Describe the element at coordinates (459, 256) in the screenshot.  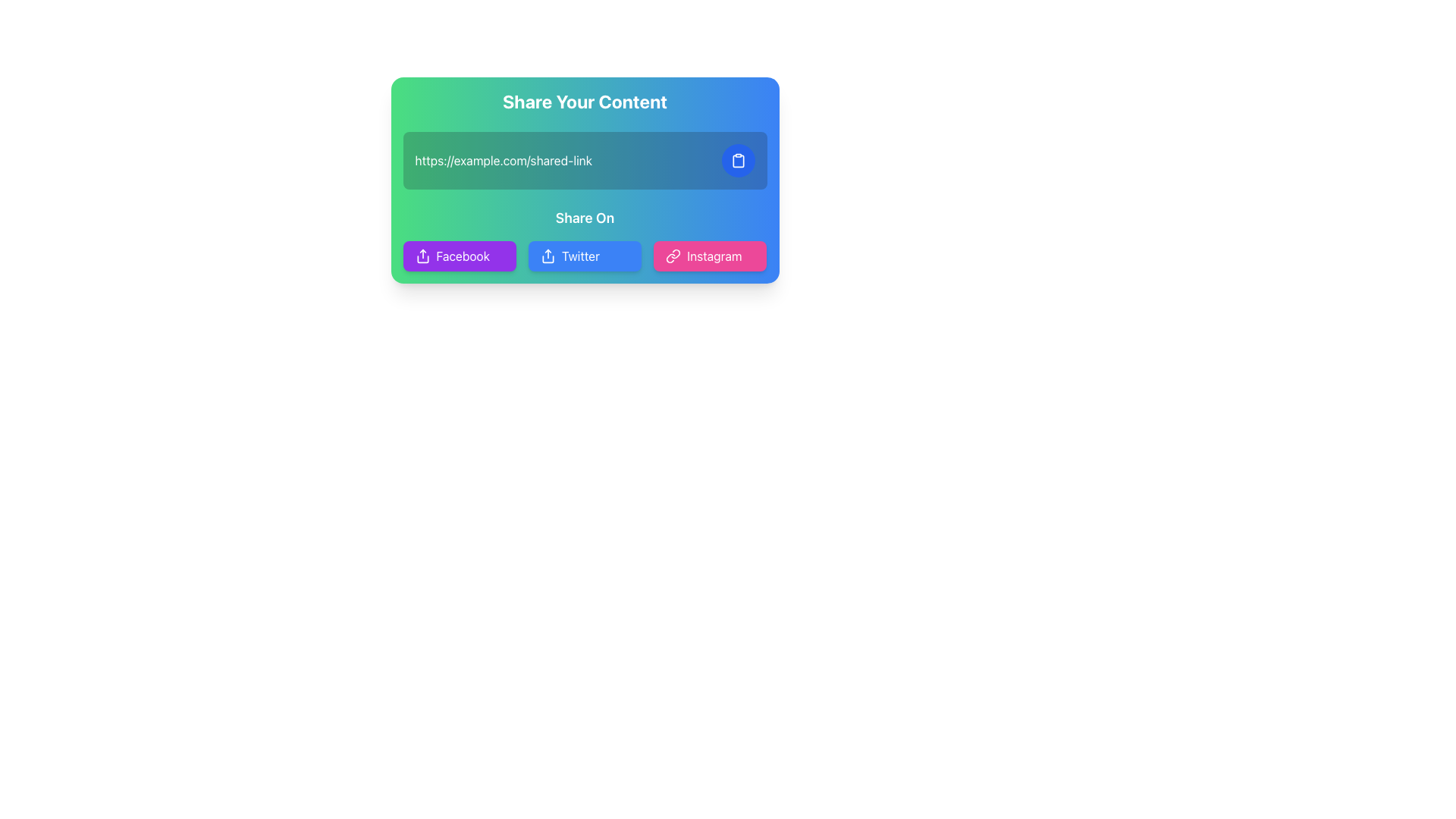
I see `the purple 'Facebook' button with rounded corners to share content` at that location.